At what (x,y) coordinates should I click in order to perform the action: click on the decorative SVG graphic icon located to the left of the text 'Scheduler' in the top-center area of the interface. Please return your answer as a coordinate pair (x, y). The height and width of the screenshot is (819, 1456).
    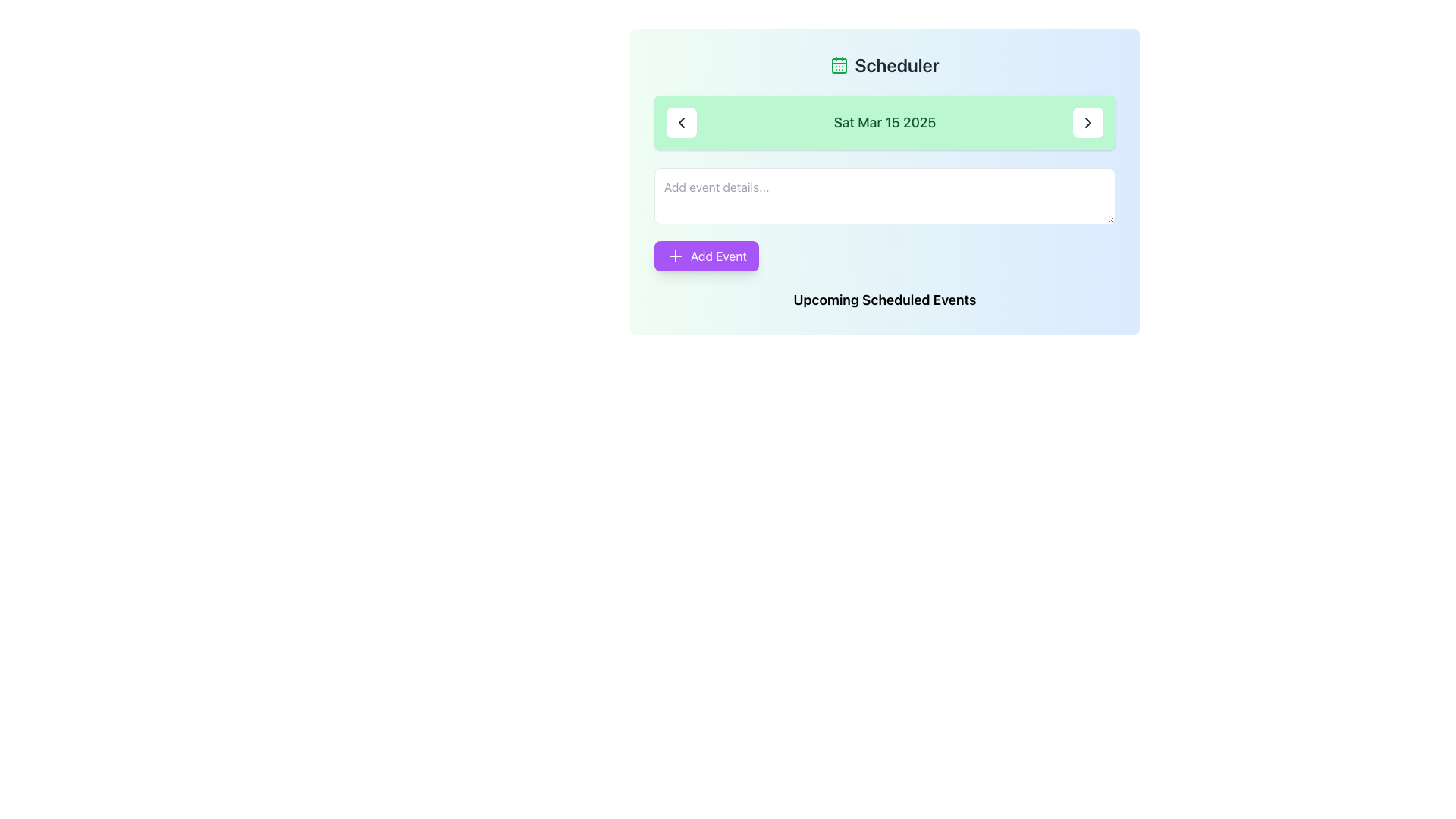
    Looking at the image, I should click on (839, 64).